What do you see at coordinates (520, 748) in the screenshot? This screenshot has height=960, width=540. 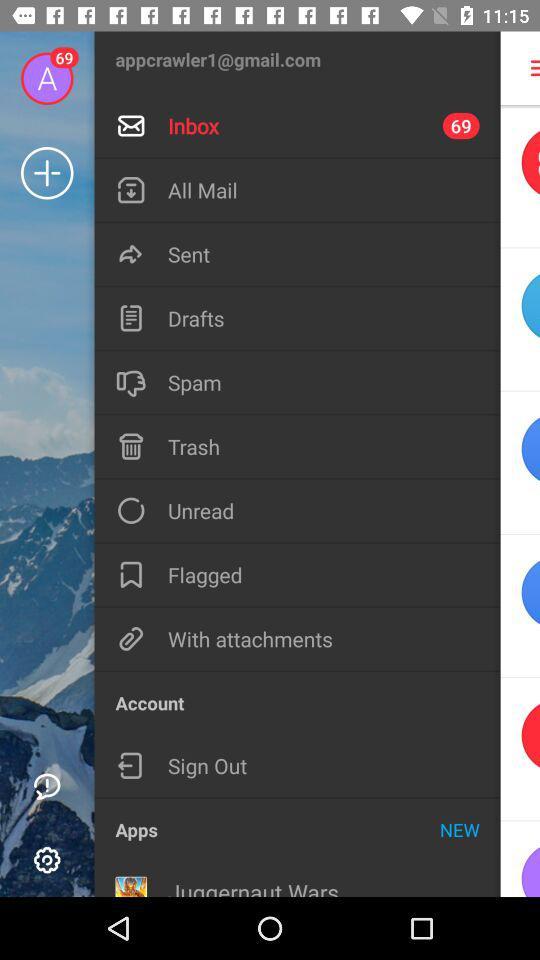 I see `the arrow_backward icon` at bounding box center [520, 748].